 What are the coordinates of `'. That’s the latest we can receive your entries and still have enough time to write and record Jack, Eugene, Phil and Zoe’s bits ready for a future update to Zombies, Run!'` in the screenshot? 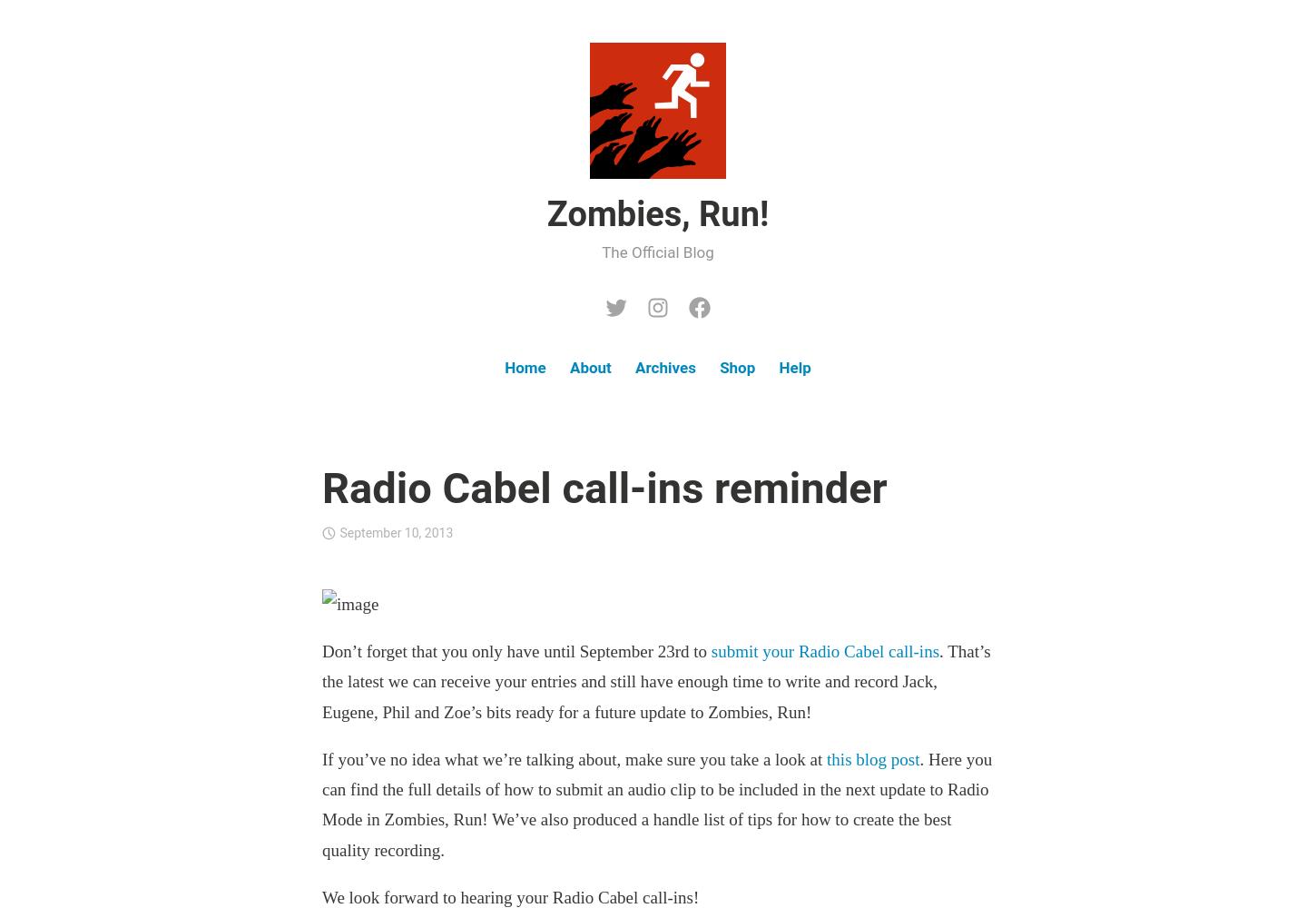 It's located at (321, 681).